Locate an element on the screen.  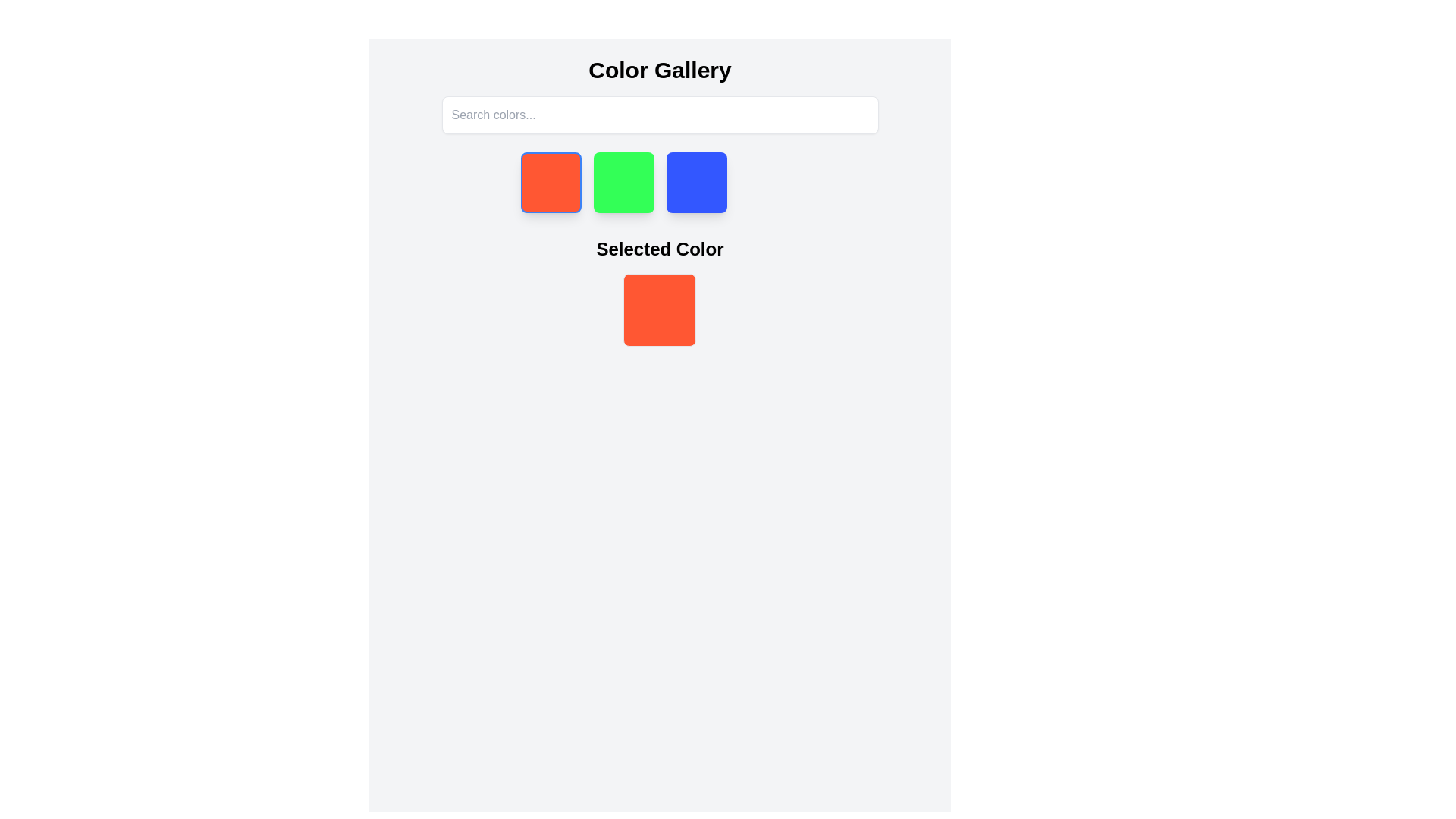
the first selectable tile in the Color Gallery is located at coordinates (550, 181).